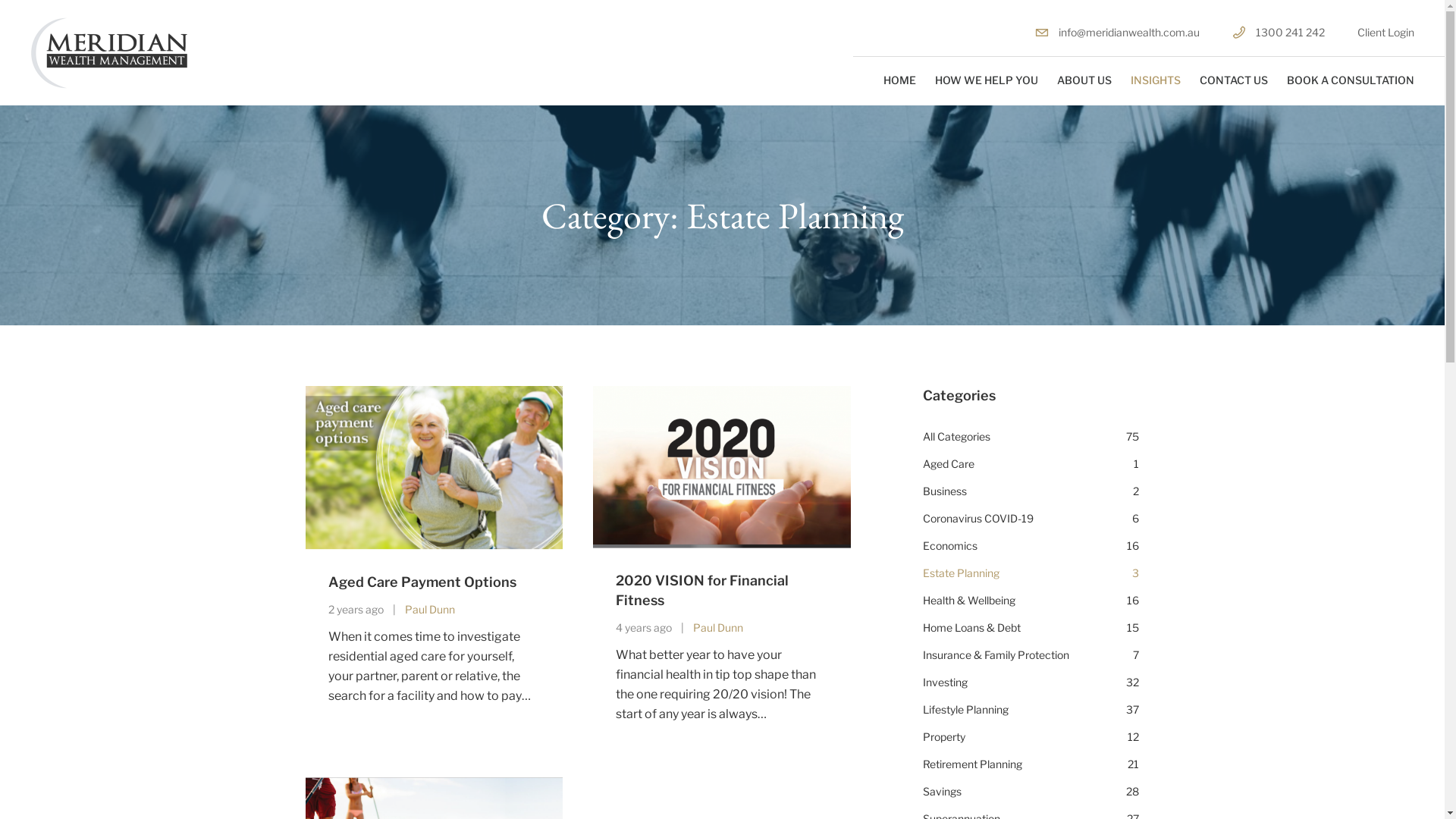  I want to click on '1300 241 242', so click(1232, 32).